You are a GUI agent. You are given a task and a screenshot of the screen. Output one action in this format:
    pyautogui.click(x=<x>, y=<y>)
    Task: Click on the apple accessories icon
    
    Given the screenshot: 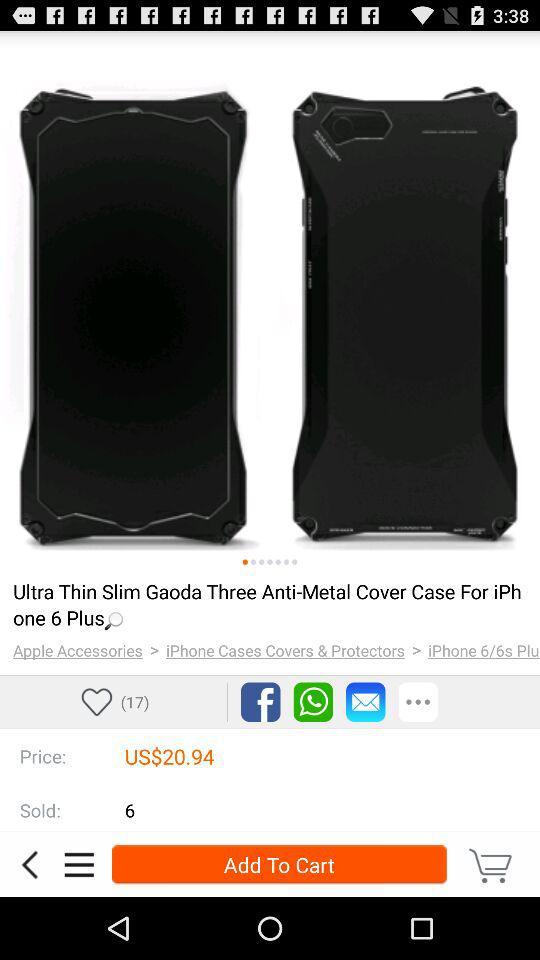 What is the action you would take?
    pyautogui.click(x=76, y=649)
    